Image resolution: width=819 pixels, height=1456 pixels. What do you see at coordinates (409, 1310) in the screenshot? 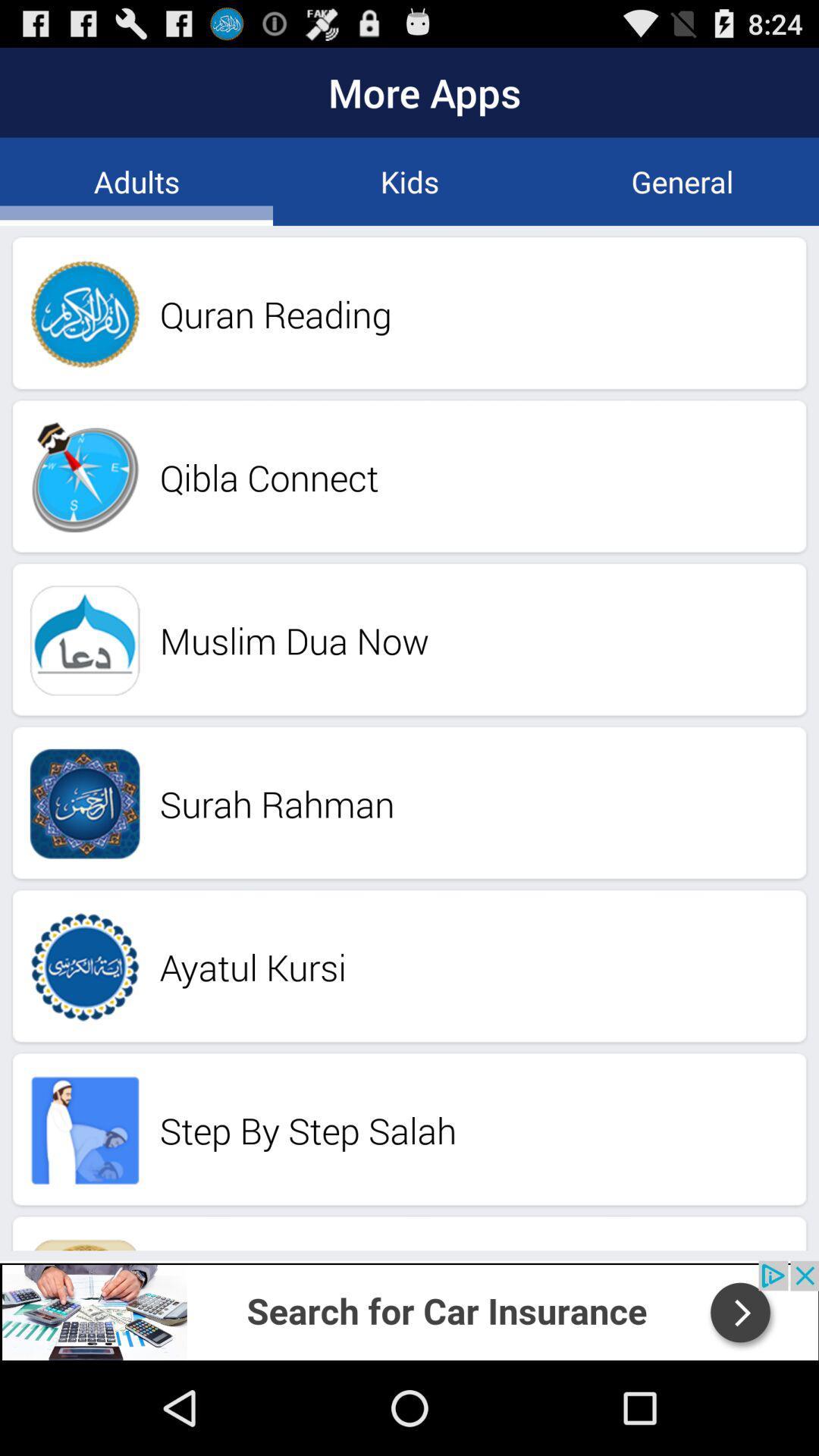
I see `the add image` at bounding box center [409, 1310].